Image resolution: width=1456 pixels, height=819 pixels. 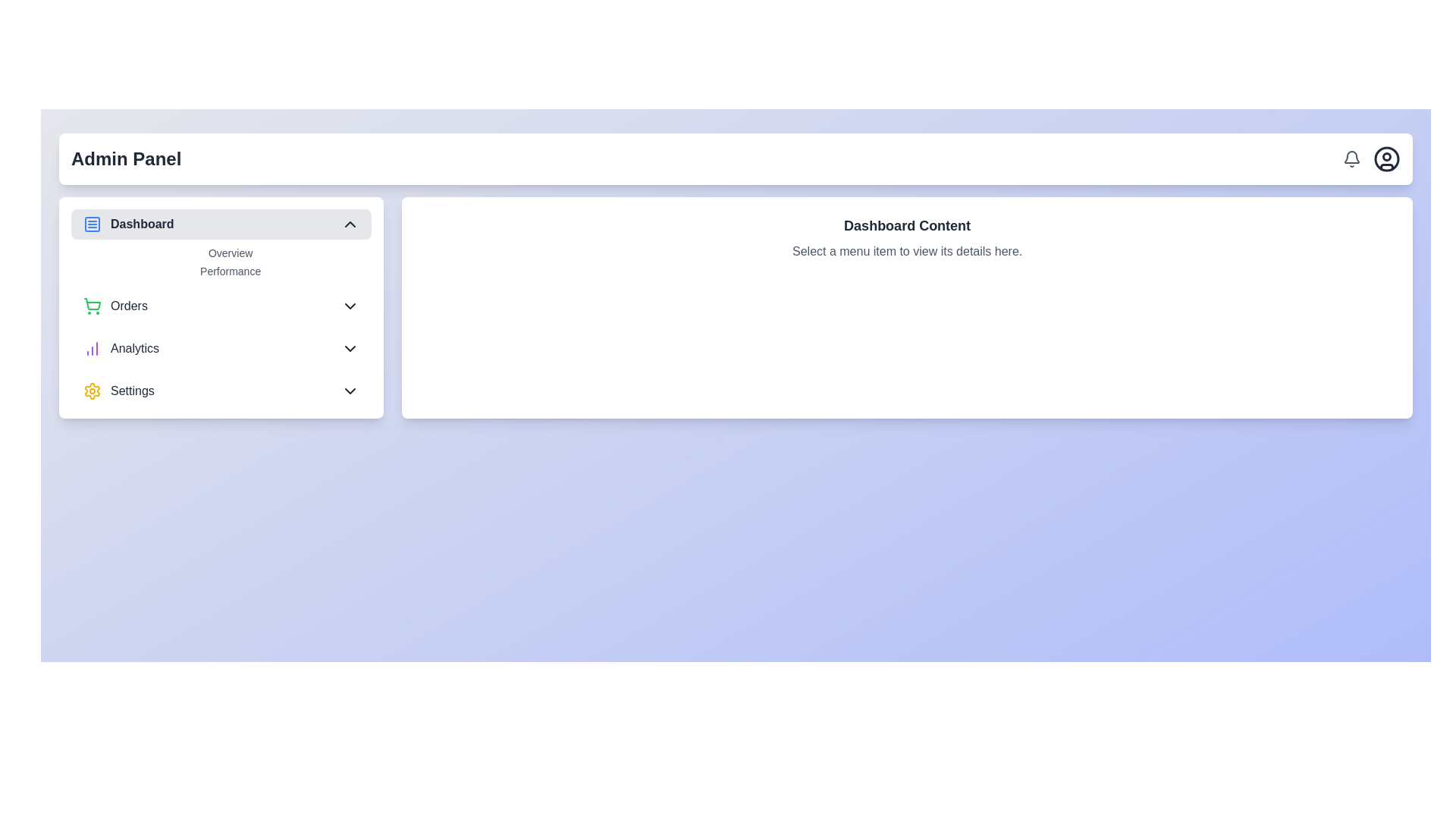 I want to click on the 'Dashboard' collapsible menu section, so click(x=221, y=243).